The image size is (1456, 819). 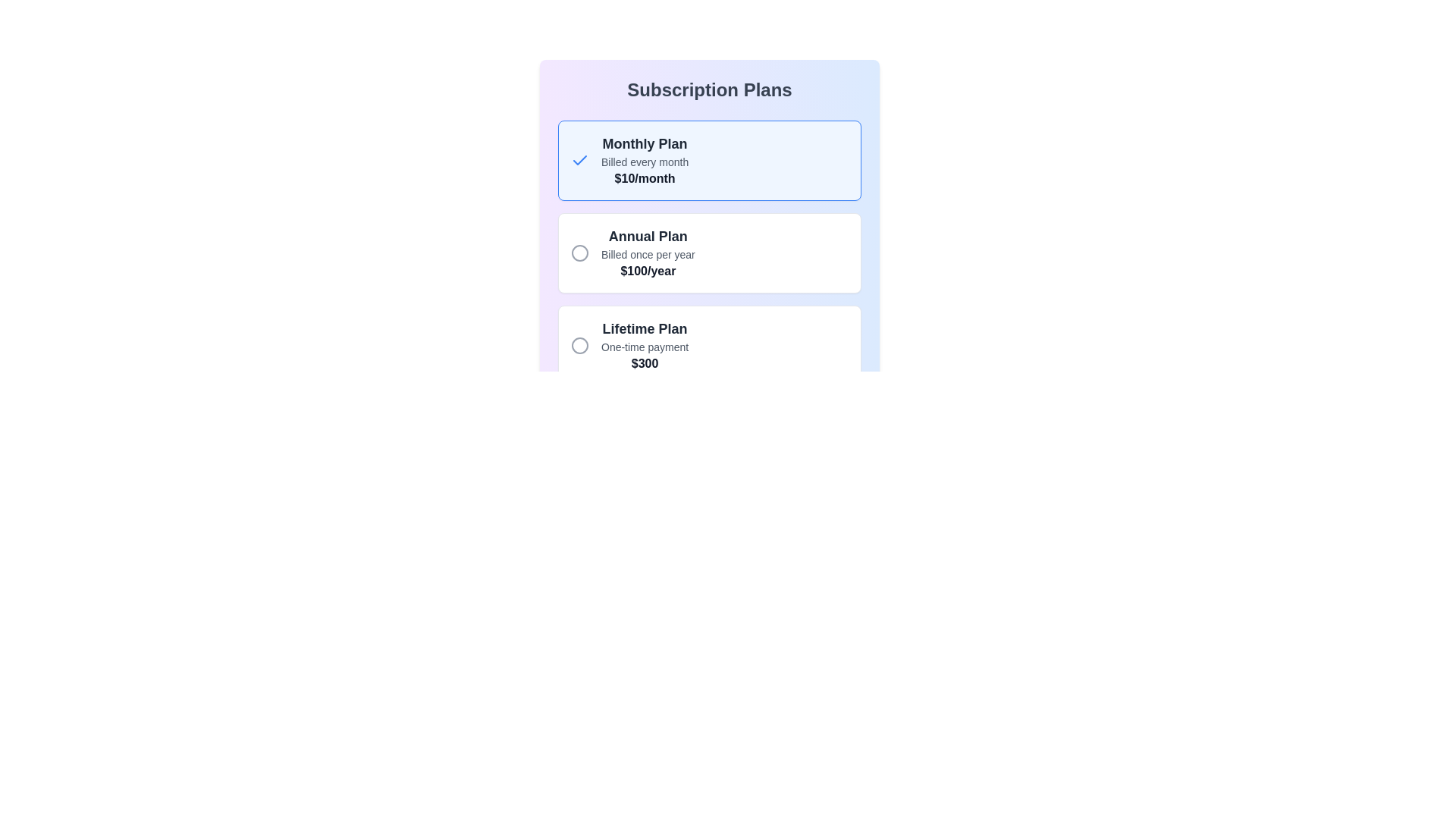 What do you see at coordinates (709, 206) in the screenshot?
I see `an option in the vertically oriented list of subscription plans, which is centrally aligned and highlighted with a blue border` at bounding box center [709, 206].